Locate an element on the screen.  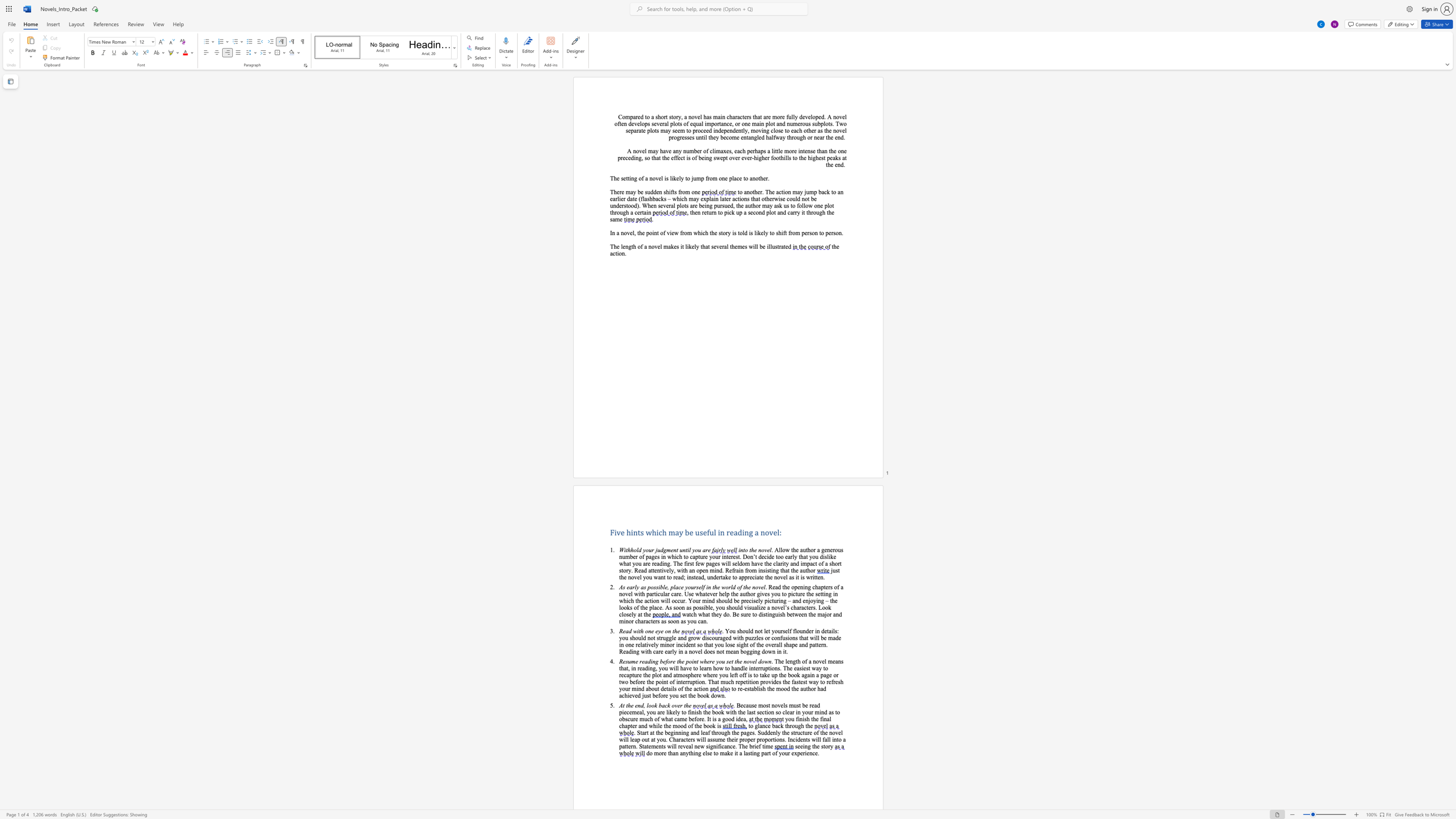
the subset text "r interes" within the text ". Allow the author a generous number of pages in which to capture your interest." is located at coordinates (717, 557).